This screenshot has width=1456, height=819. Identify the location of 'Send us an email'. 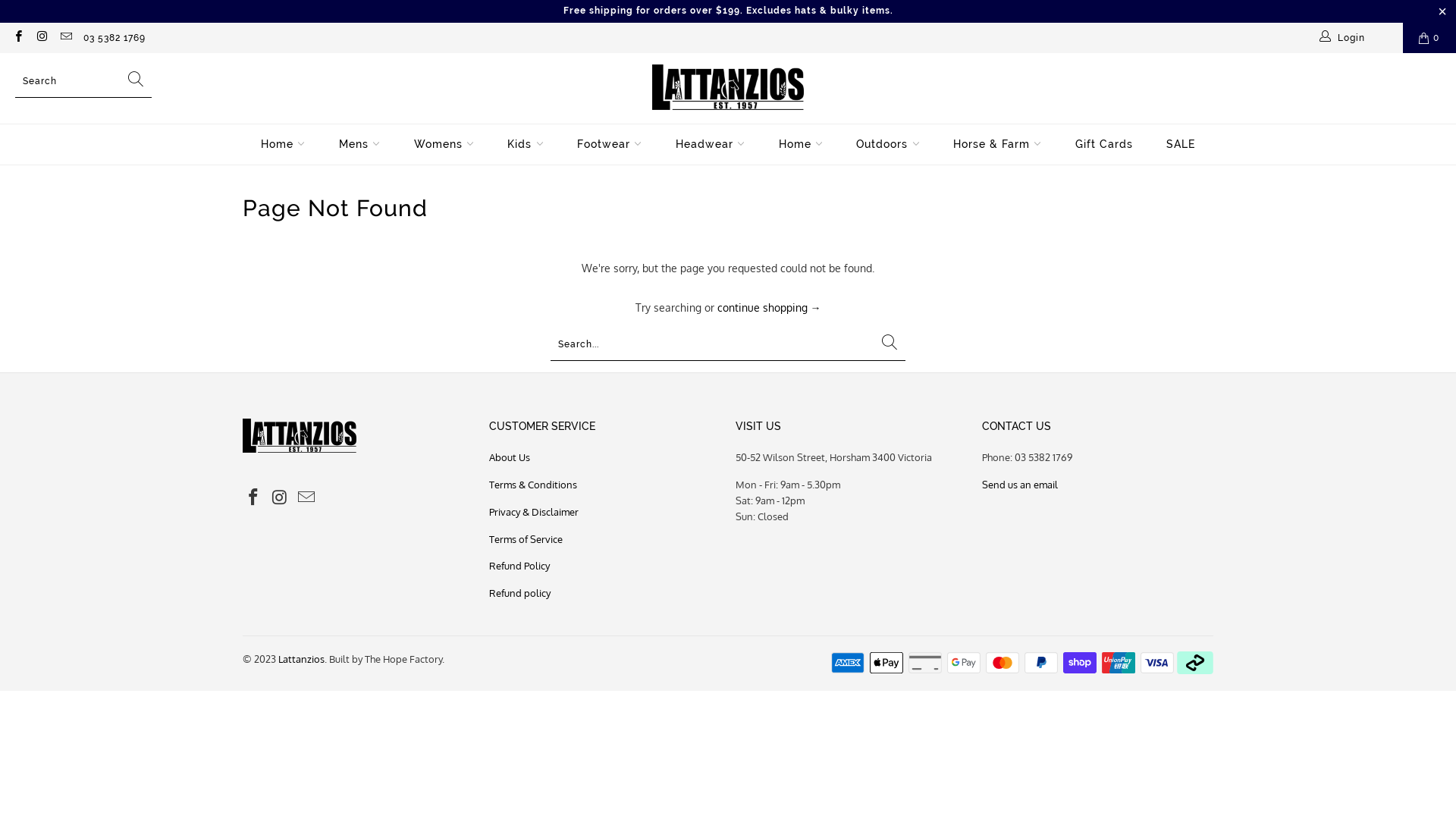
(982, 485).